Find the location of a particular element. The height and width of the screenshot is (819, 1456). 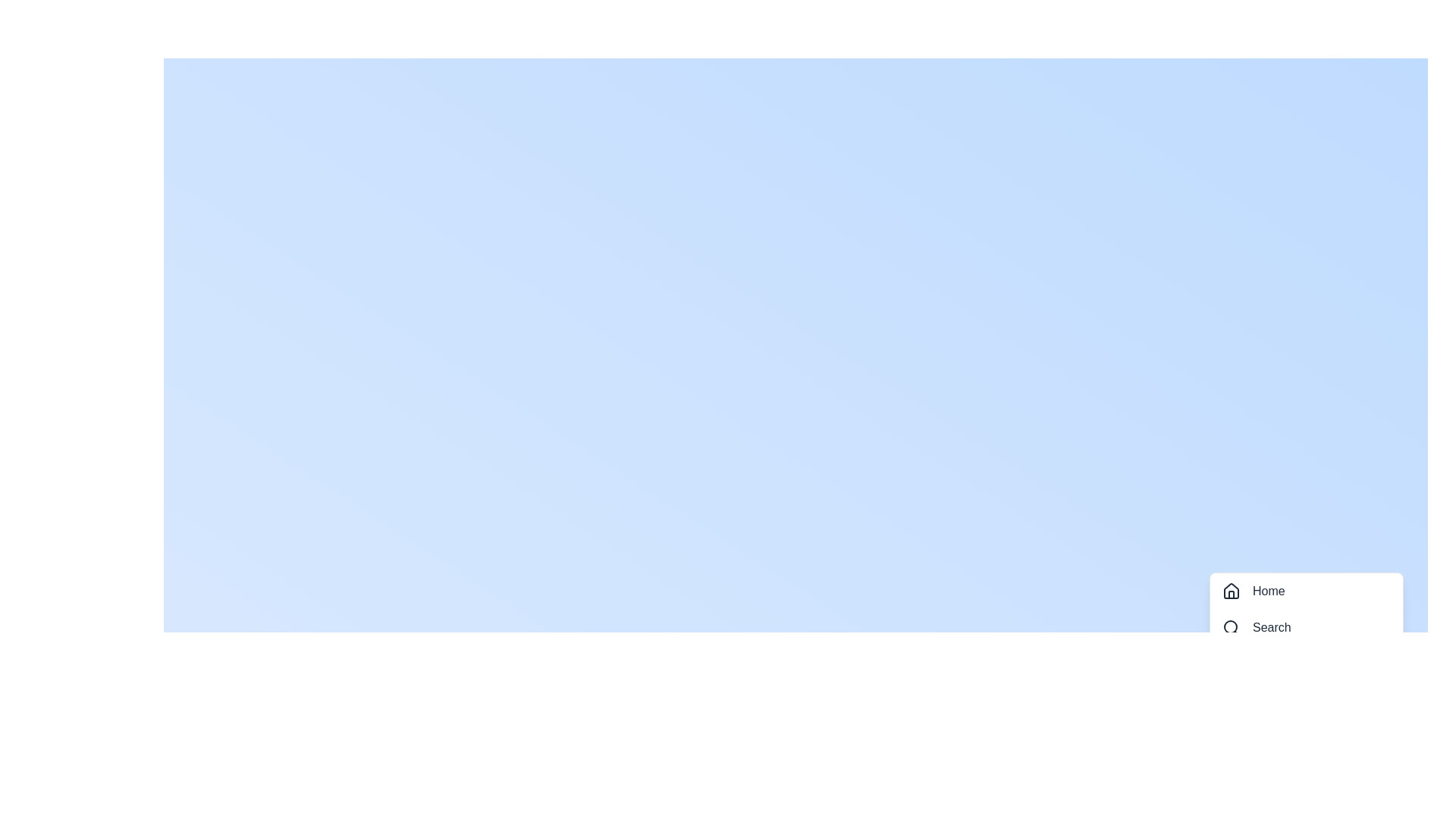

the decorative SVG line within the house icon, which is positioned vertically near the center bottom of the house's interior space is located at coordinates (1231, 594).